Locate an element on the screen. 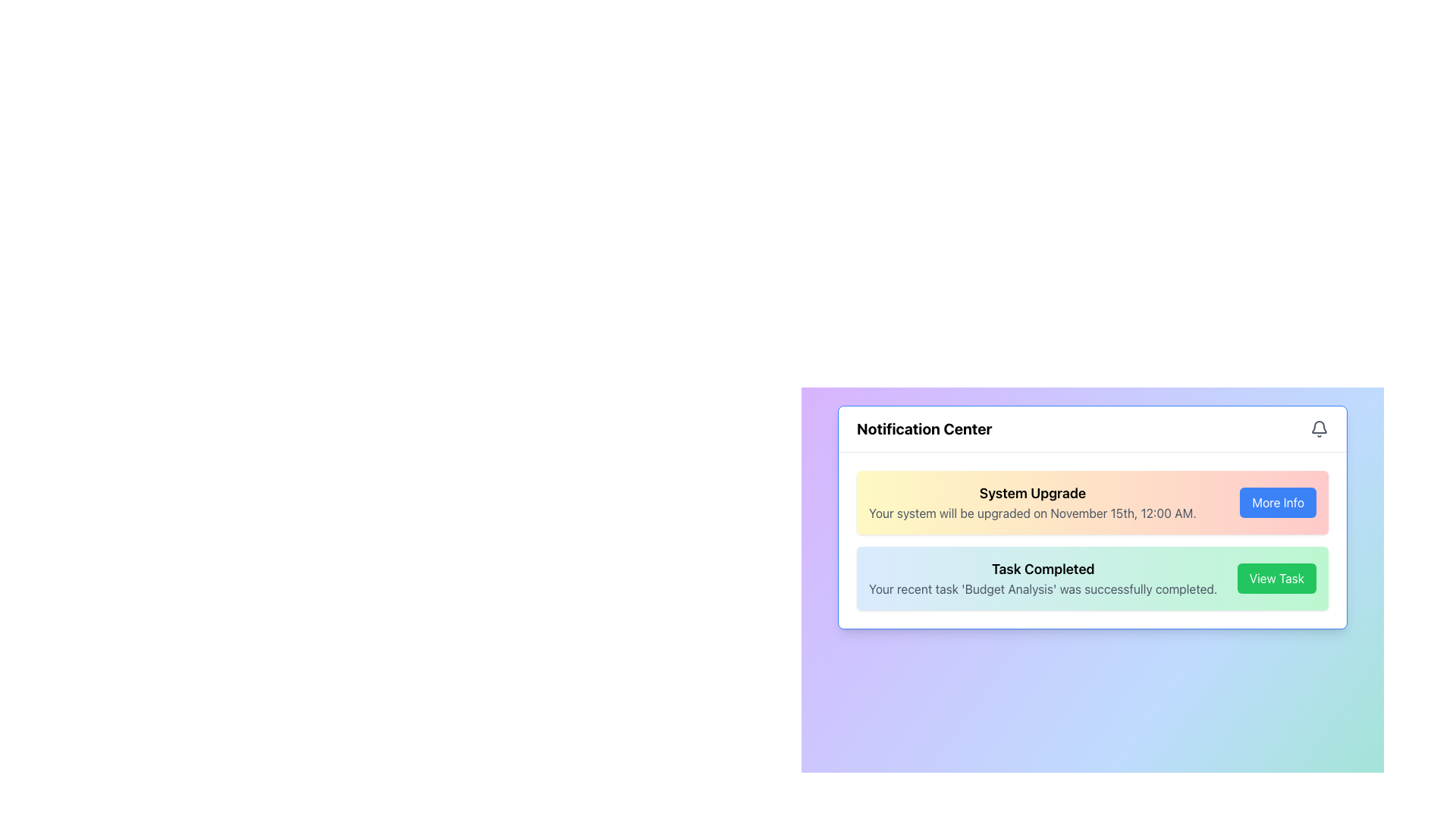  the notification icon located at the top right corner of the Notification Center, adjacent to the title text 'Notification Center' is located at coordinates (1318, 429).